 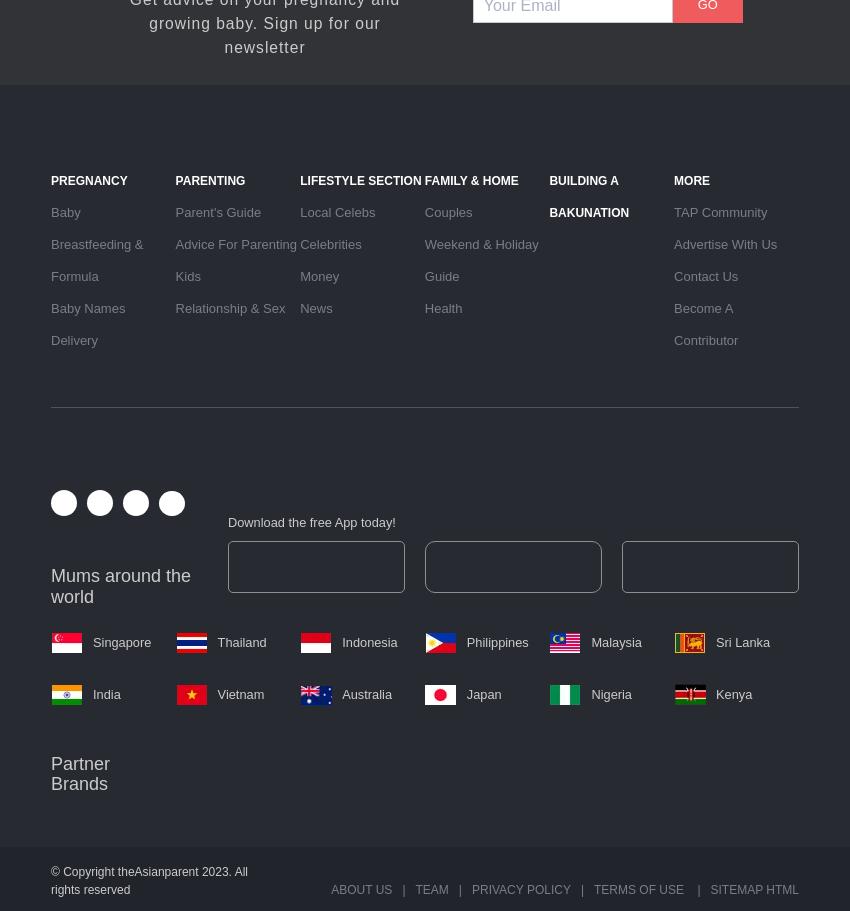 I want to click on 'Parenting', so click(x=174, y=179).